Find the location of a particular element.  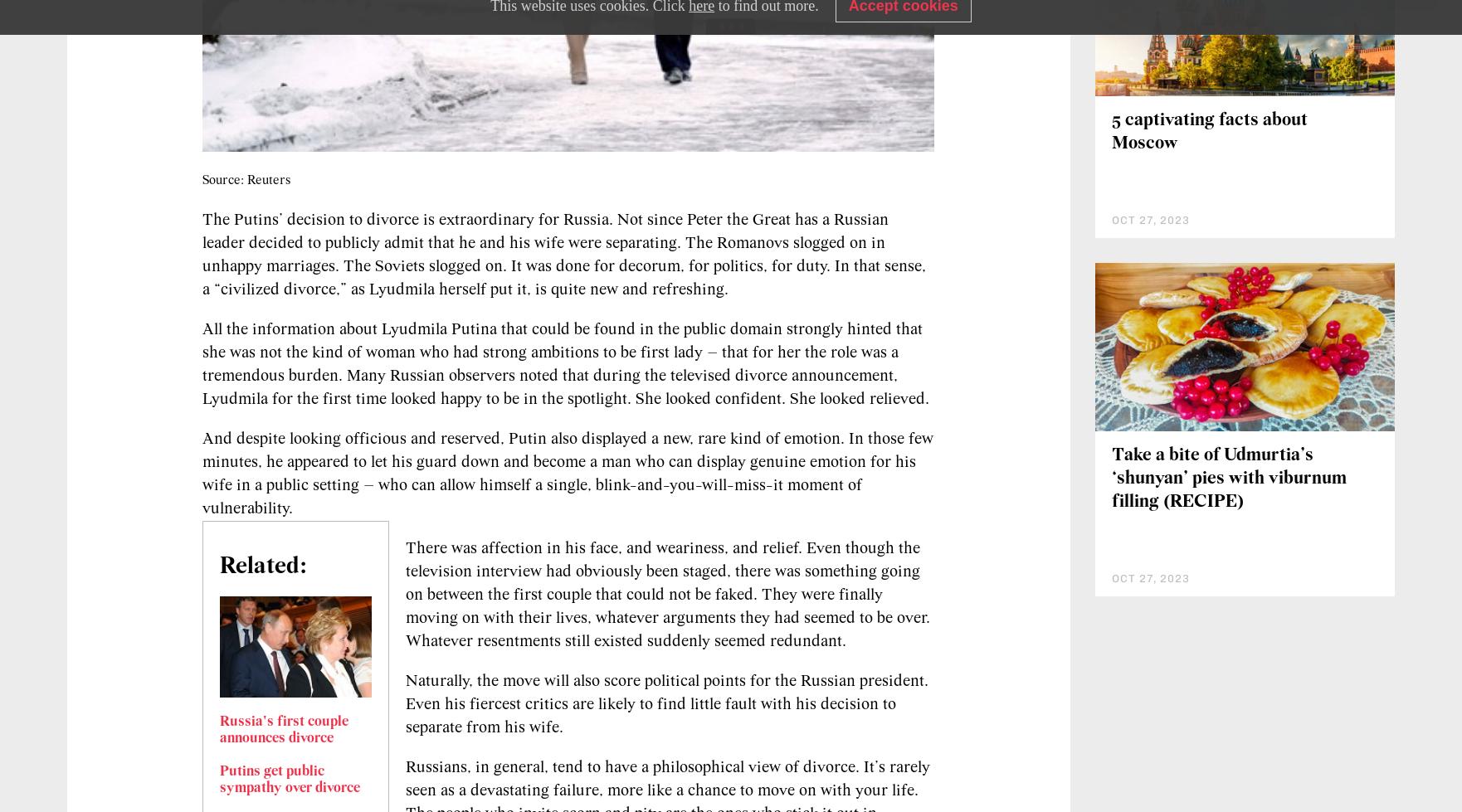

'Source: Reuters' is located at coordinates (246, 180).